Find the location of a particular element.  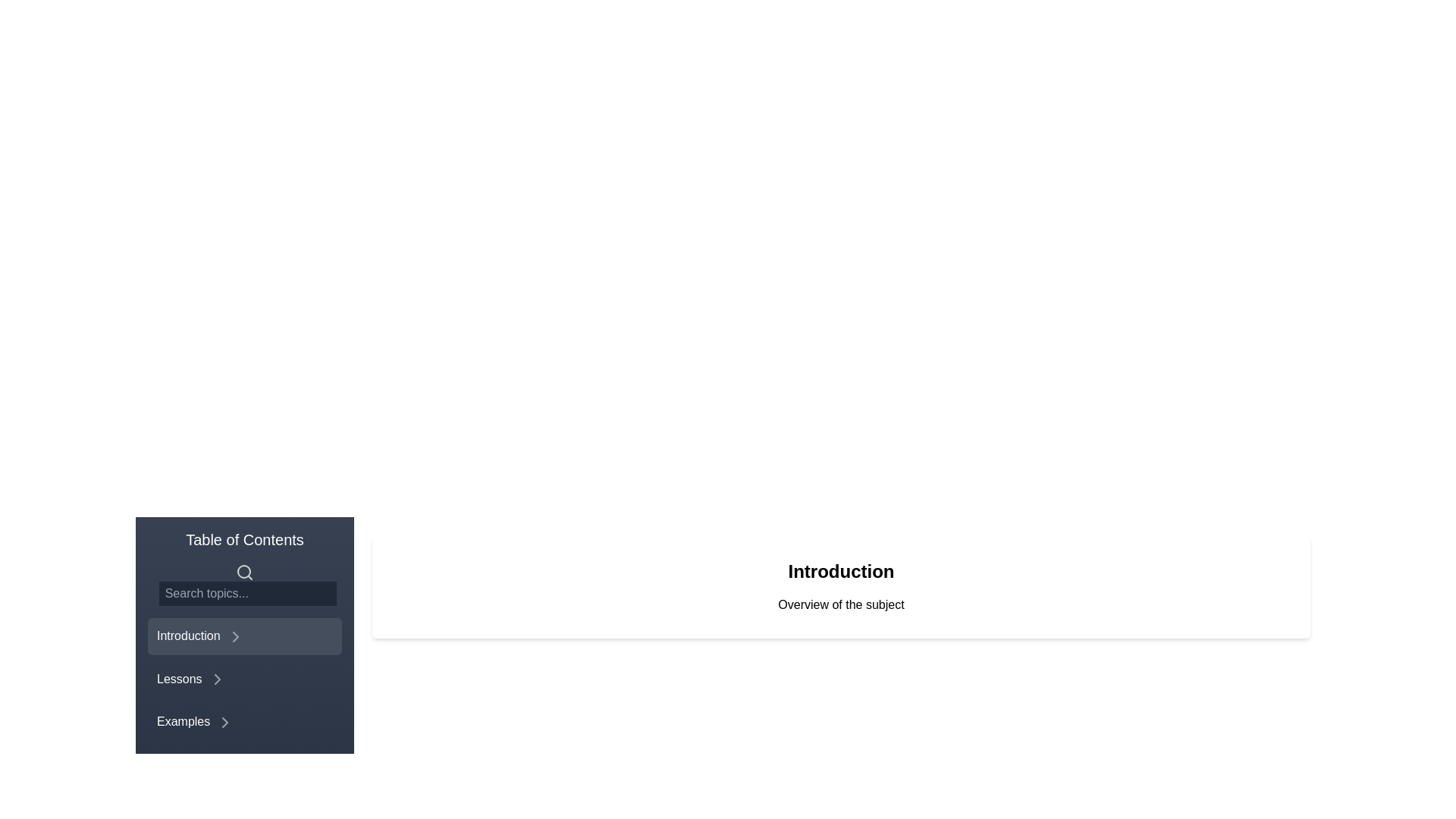

the navigational button or icon located to the right of the 'Introduction' text in the 'Table of Contents' is located at coordinates (234, 636).